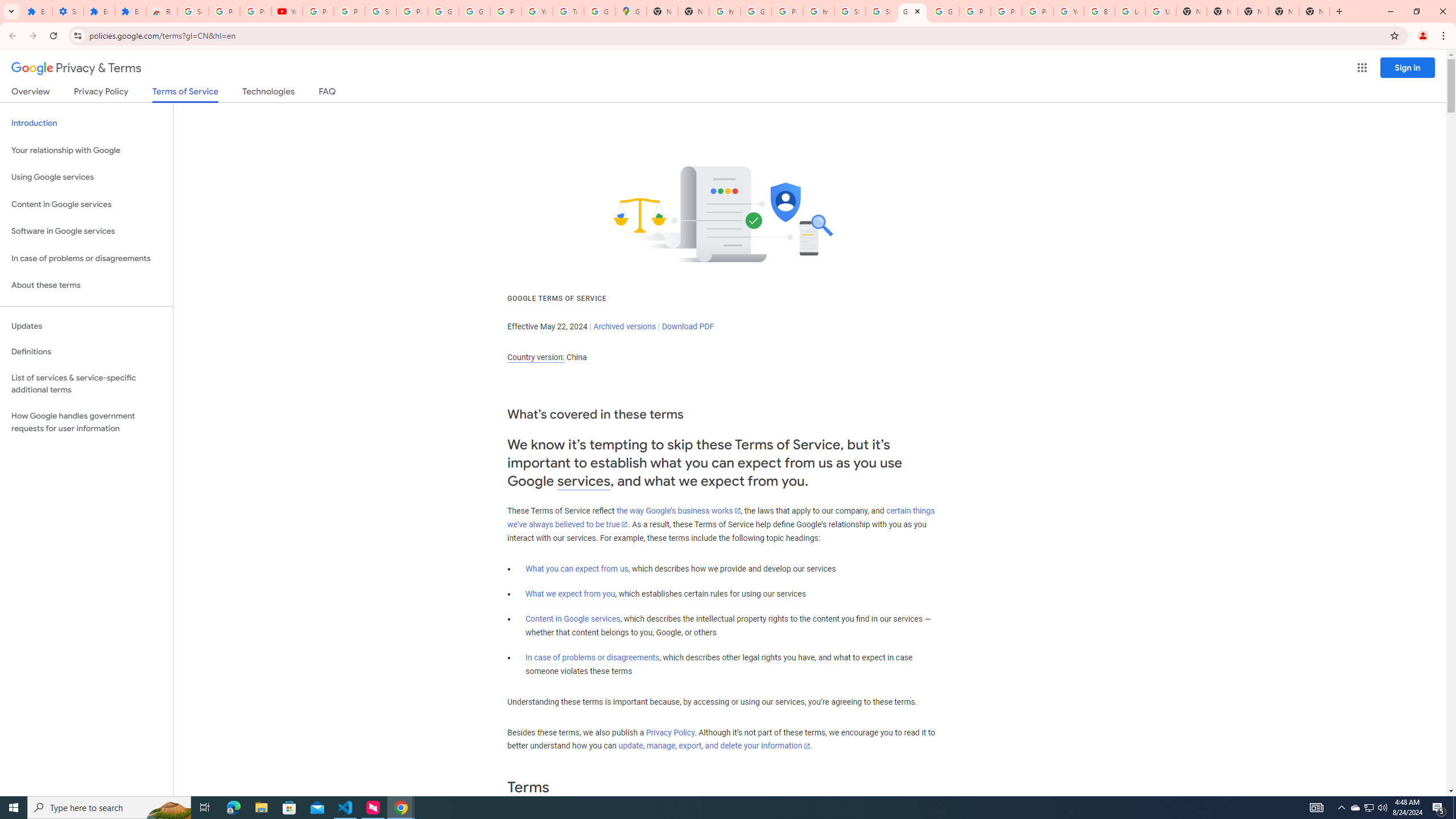  Describe the element at coordinates (86, 383) in the screenshot. I see `'List of services & service-specific additional terms'` at that location.